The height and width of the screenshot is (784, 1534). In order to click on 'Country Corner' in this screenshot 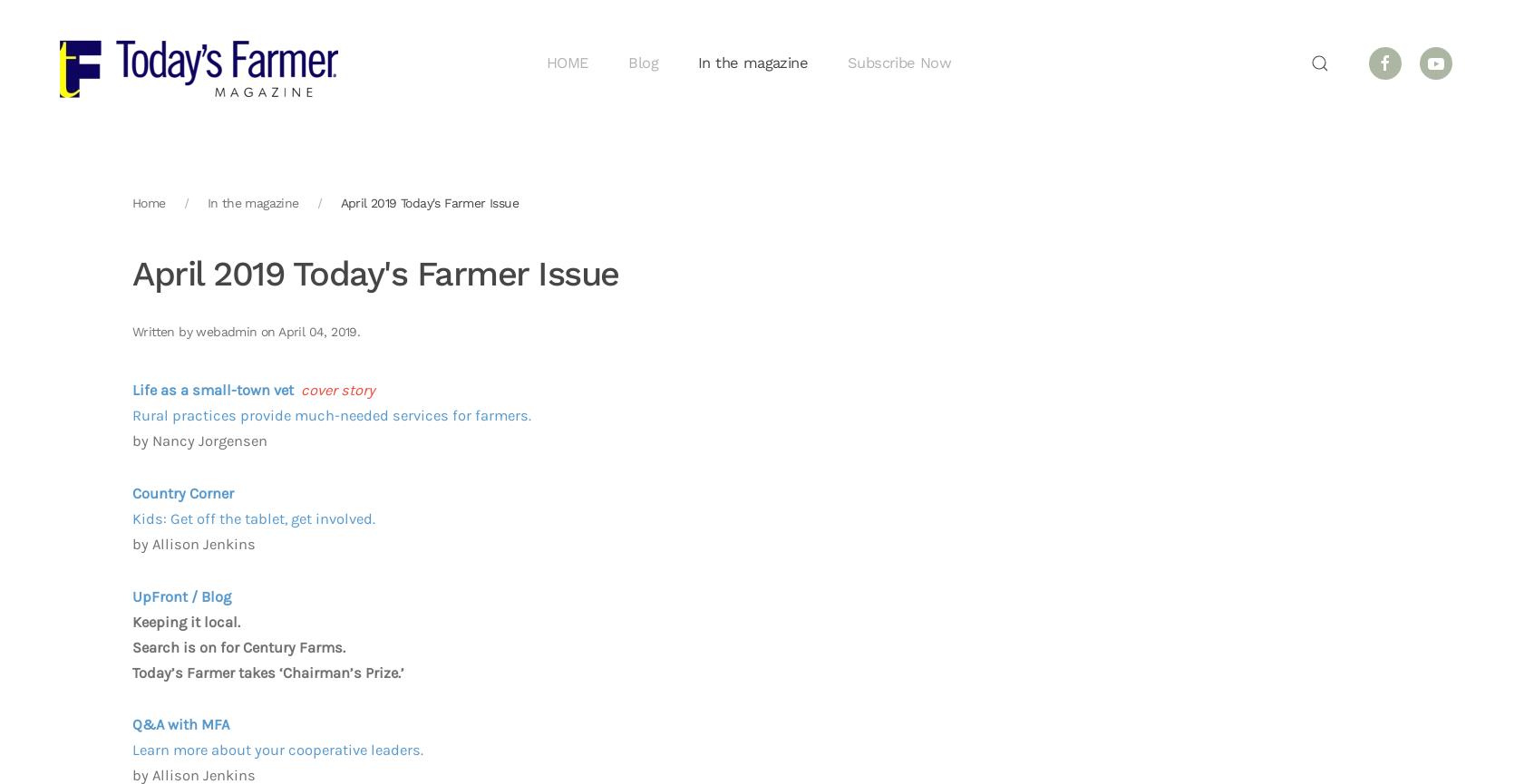, I will do `click(131, 492)`.